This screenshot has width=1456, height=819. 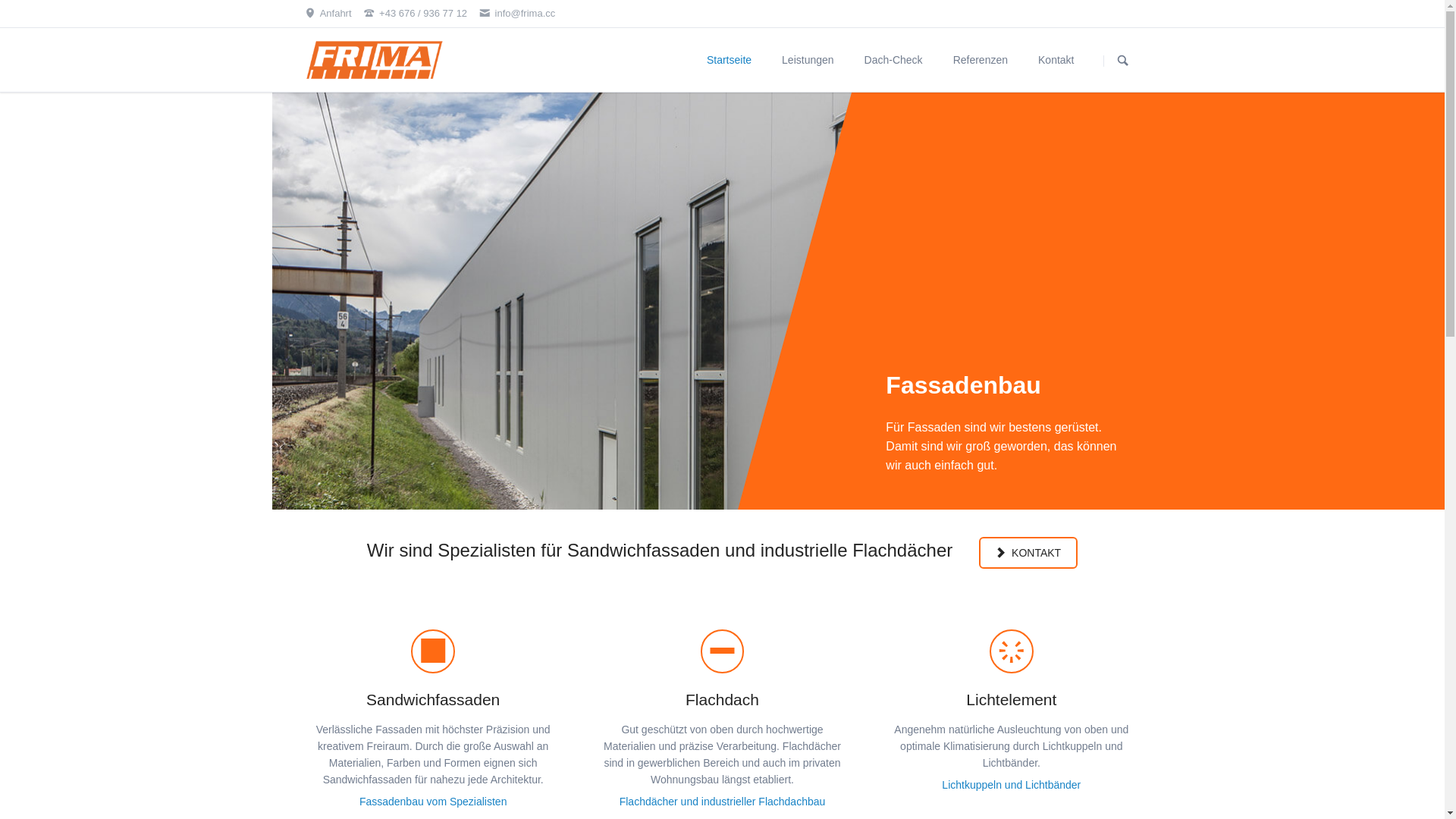 What do you see at coordinates (1123, 60) in the screenshot?
I see `'SUCHEN'` at bounding box center [1123, 60].